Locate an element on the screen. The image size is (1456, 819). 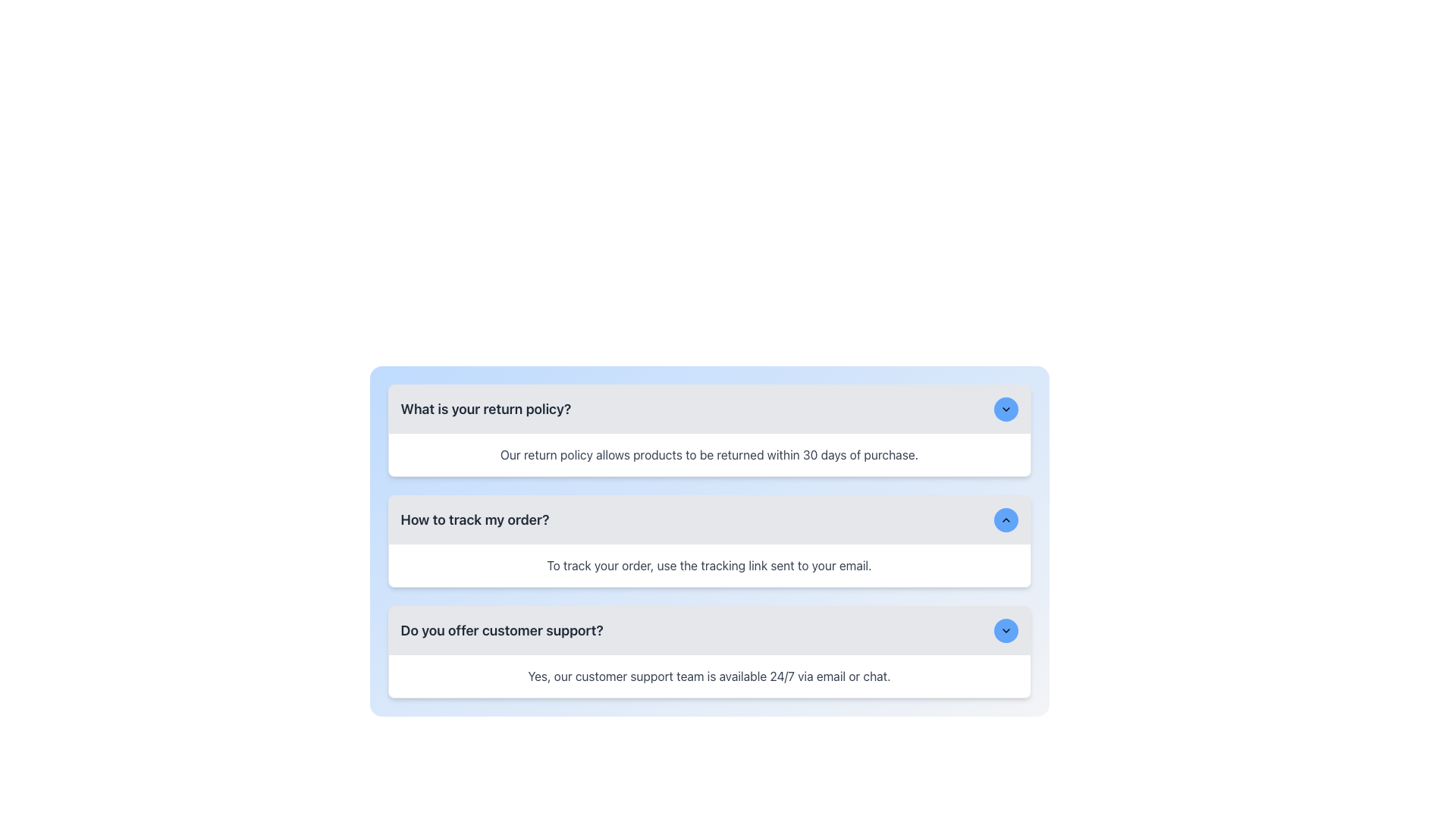
text block displaying 'Yes, our customer support team is available 24/7 via email or chat.' located at the bottom of the third section in the FAQ interface is located at coordinates (708, 675).